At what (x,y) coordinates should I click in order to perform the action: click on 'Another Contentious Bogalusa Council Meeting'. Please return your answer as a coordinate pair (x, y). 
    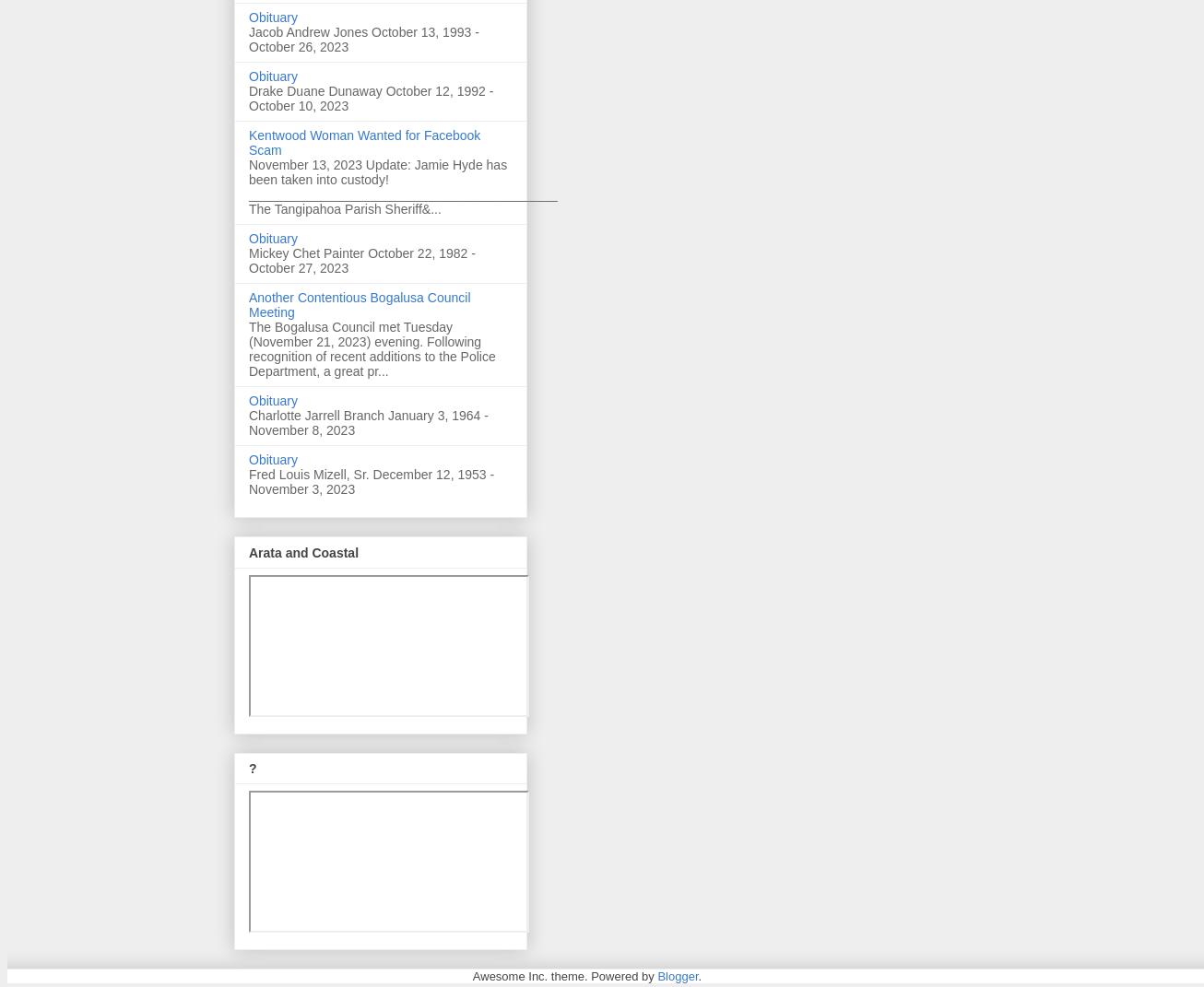
    Looking at the image, I should click on (358, 304).